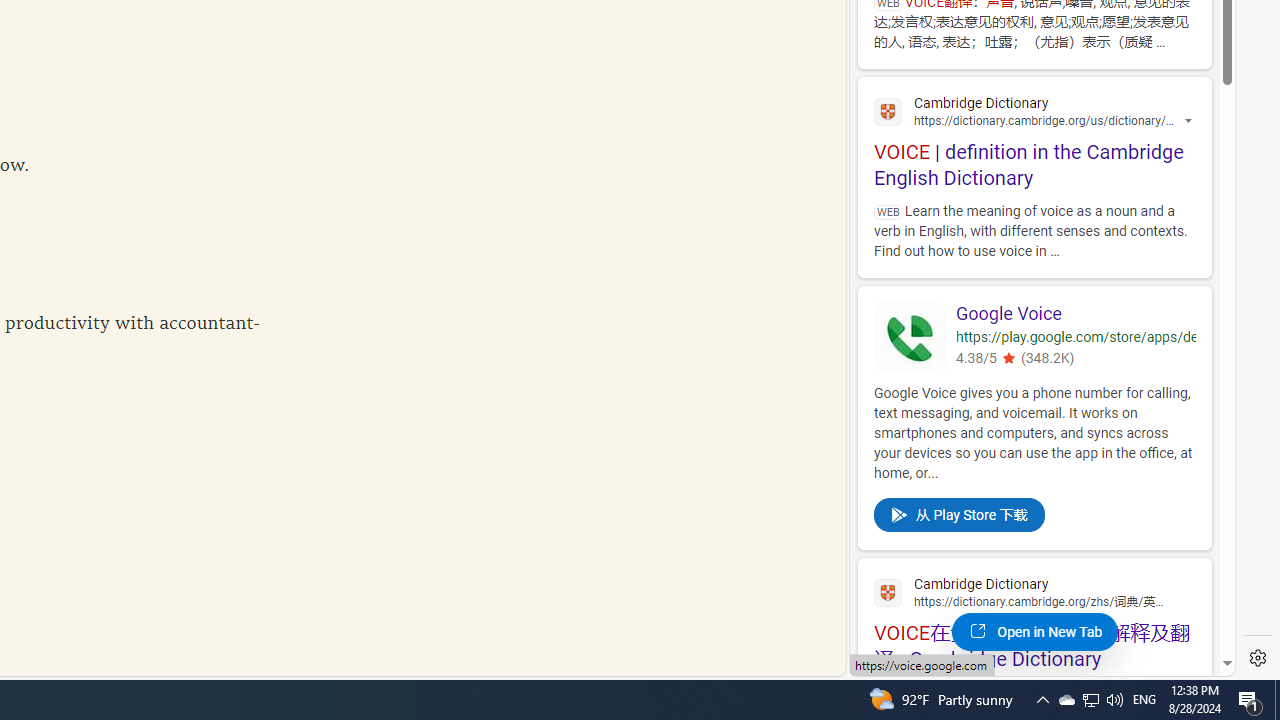 The height and width of the screenshot is (720, 1280). I want to click on '4.380543231964111', so click(1008, 357).